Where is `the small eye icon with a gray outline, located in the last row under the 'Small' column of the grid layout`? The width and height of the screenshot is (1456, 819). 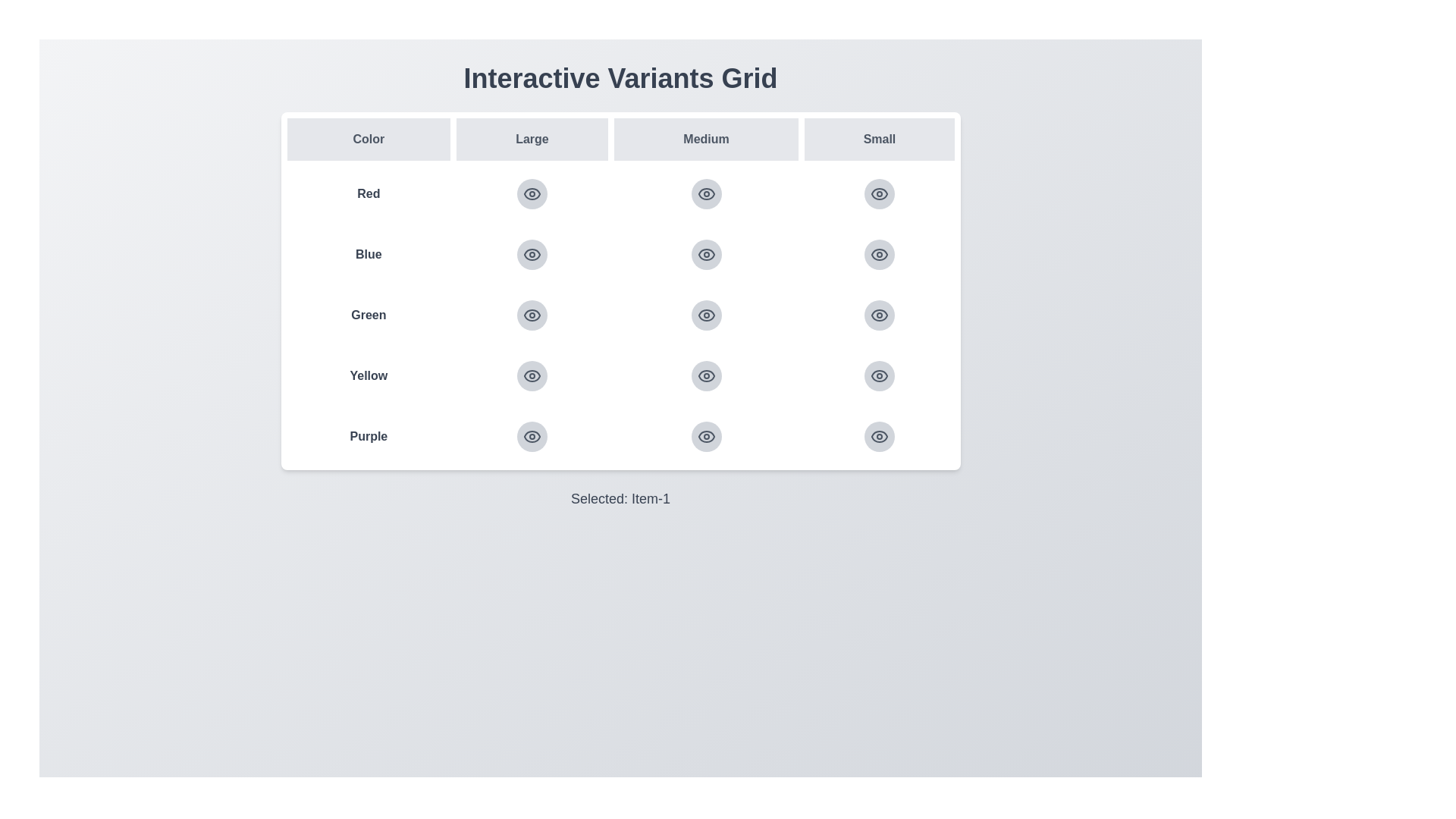
the small eye icon with a gray outline, located in the last row under the 'Small' column of the grid layout is located at coordinates (880, 315).